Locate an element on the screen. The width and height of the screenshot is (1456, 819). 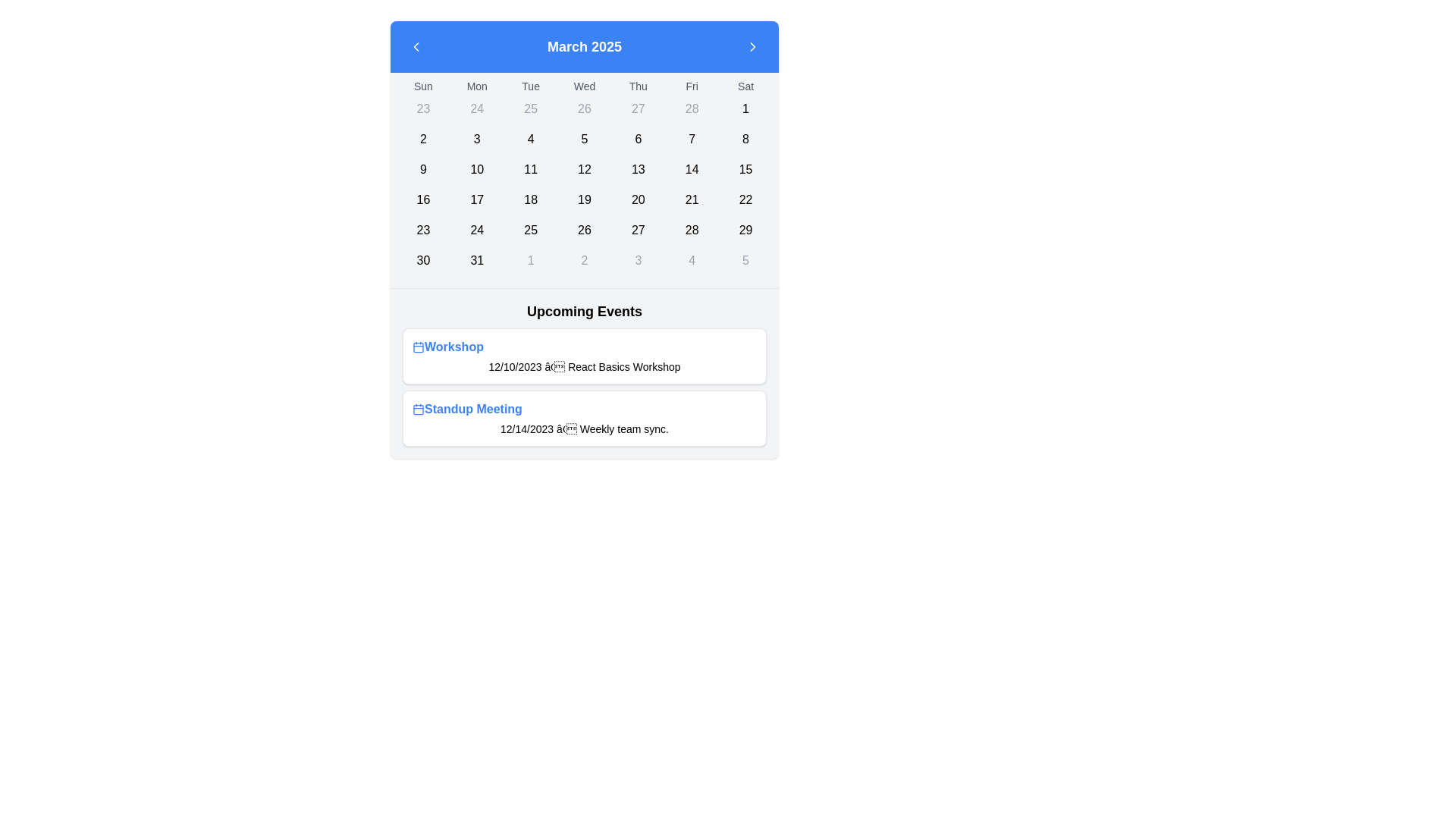
the clickable calendar day cell displaying the number '25' is located at coordinates (531, 108).